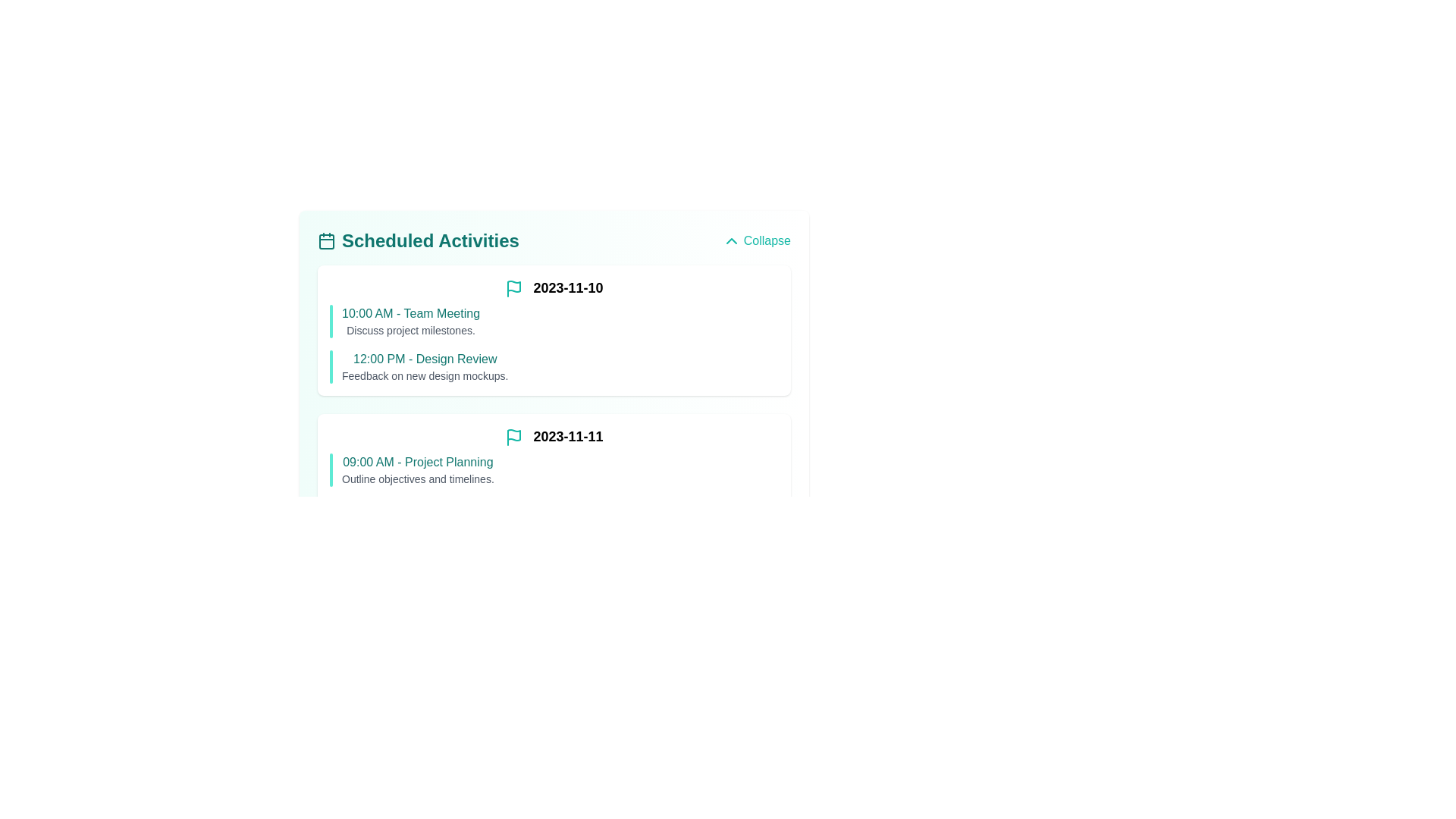  What do you see at coordinates (330, 366) in the screenshot?
I see `the Highlight bar or vertical indicator, which is a teal vertical line with rounded edges, positioned on the left boundary of a list item representing a scheduled activity` at bounding box center [330, 366].